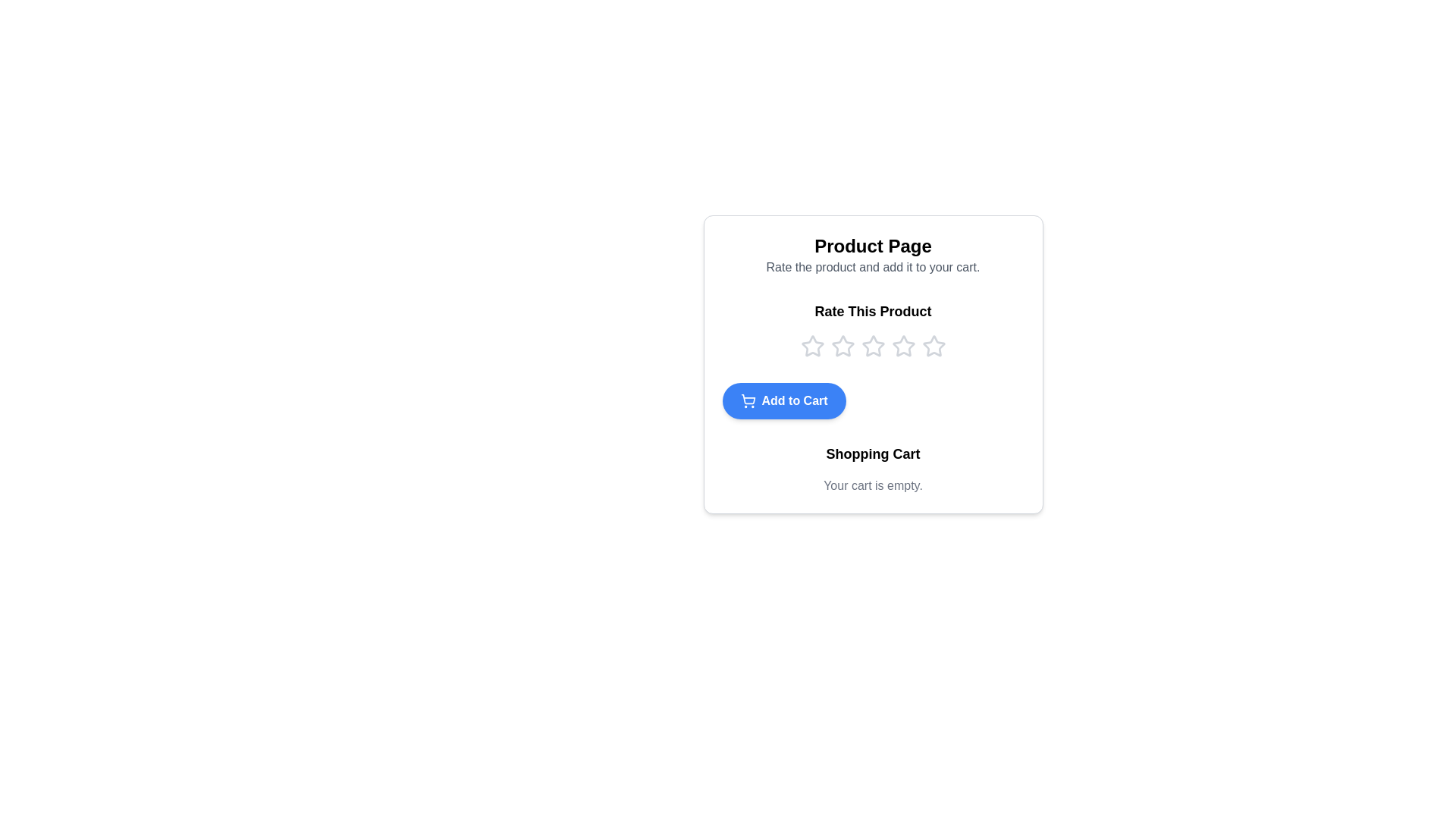 Image resolution: width=1456 pixels, height=819 pixels. Describe the element at coordinates (748, 398) in the screenshot. I see `the shopping cart icon, which is part of the 'Add to Cart' button located below the rating stars in the product description section` at that location.